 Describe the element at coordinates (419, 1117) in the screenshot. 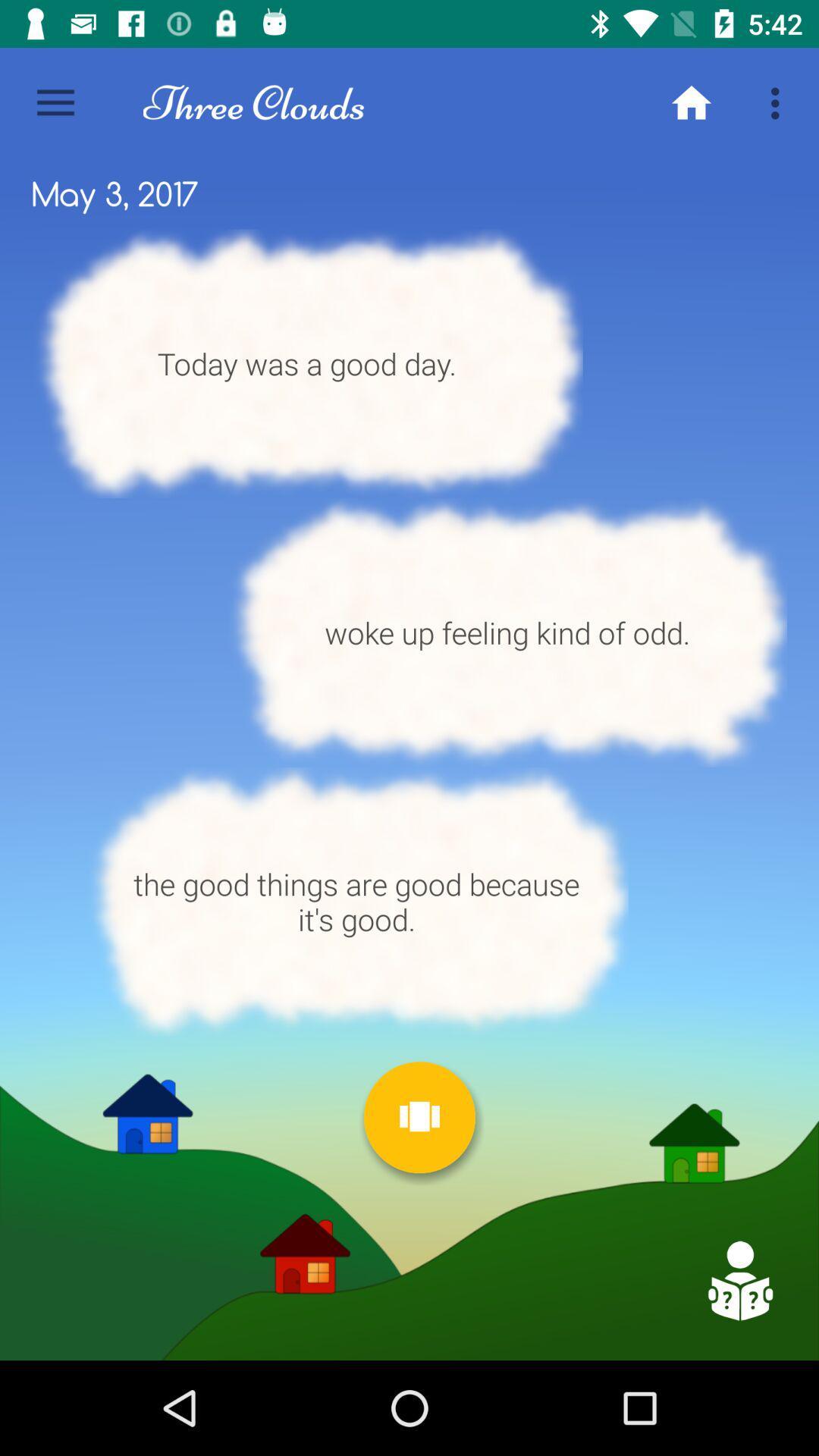

I see `choose next` at that location.